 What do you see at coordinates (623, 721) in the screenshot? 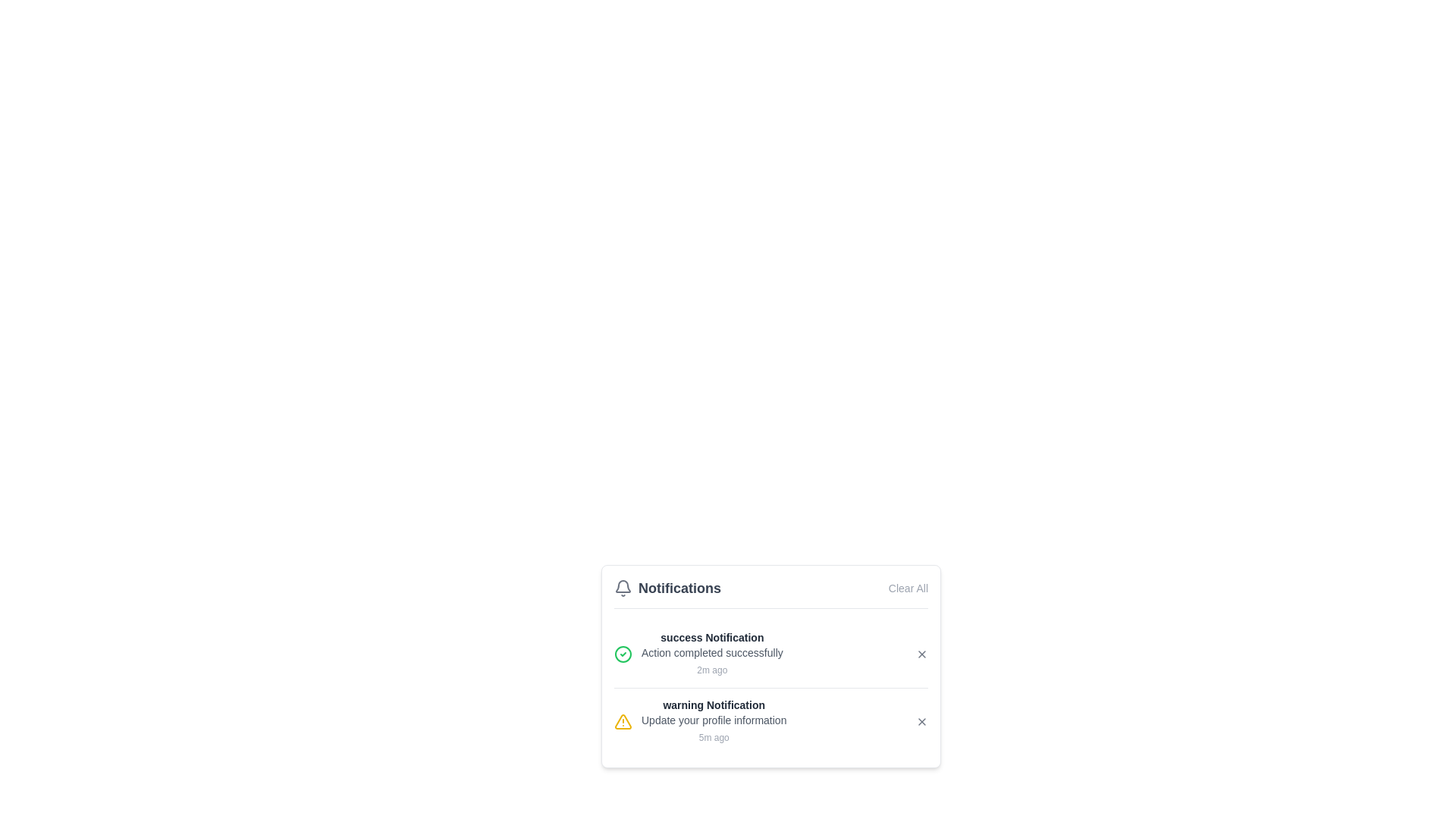
I see `the warning notification icon located at the leftmost side of the warning notification entry in the notifications list` at bounding box center [623, 721].